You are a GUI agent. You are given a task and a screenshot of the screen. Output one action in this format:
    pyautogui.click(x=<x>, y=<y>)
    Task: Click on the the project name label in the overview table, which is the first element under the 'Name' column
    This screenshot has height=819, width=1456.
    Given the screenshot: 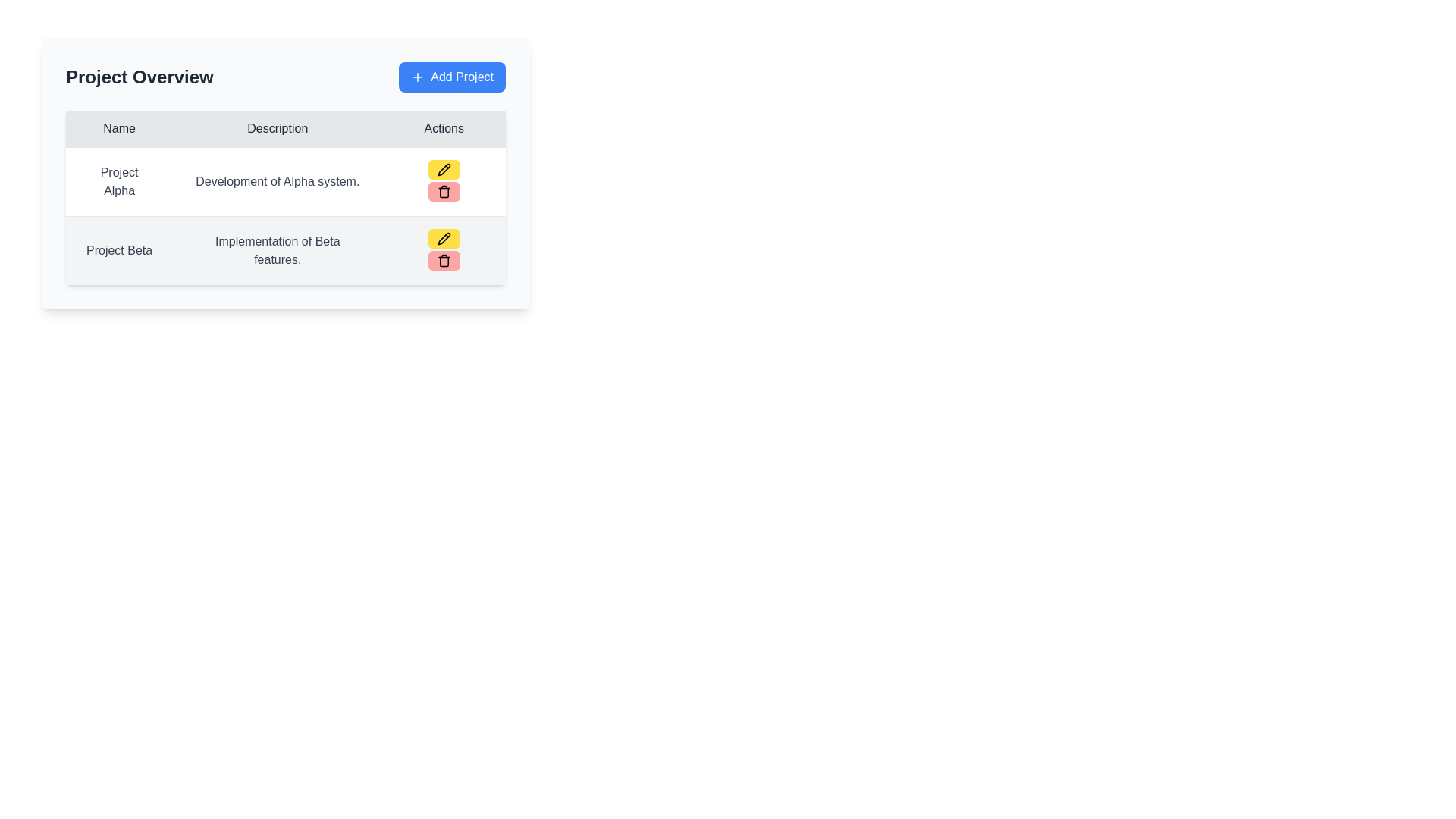 What is the action you would take?
    pyautogui.click(x=118, y=180)
    